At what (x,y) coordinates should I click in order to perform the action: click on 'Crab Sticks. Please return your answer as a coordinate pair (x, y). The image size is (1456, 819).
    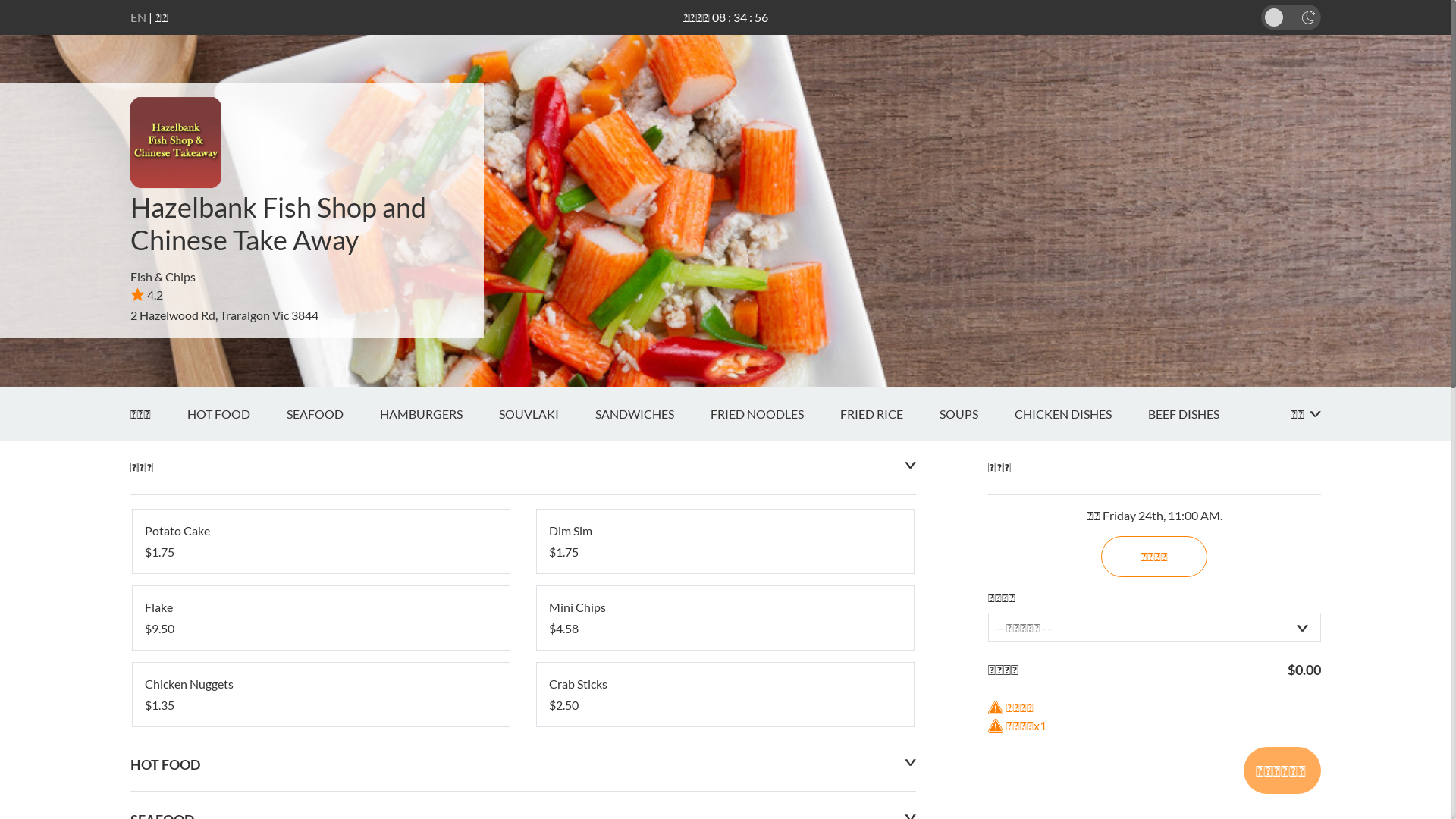
    Looking at the image, I should click on (724, 694).